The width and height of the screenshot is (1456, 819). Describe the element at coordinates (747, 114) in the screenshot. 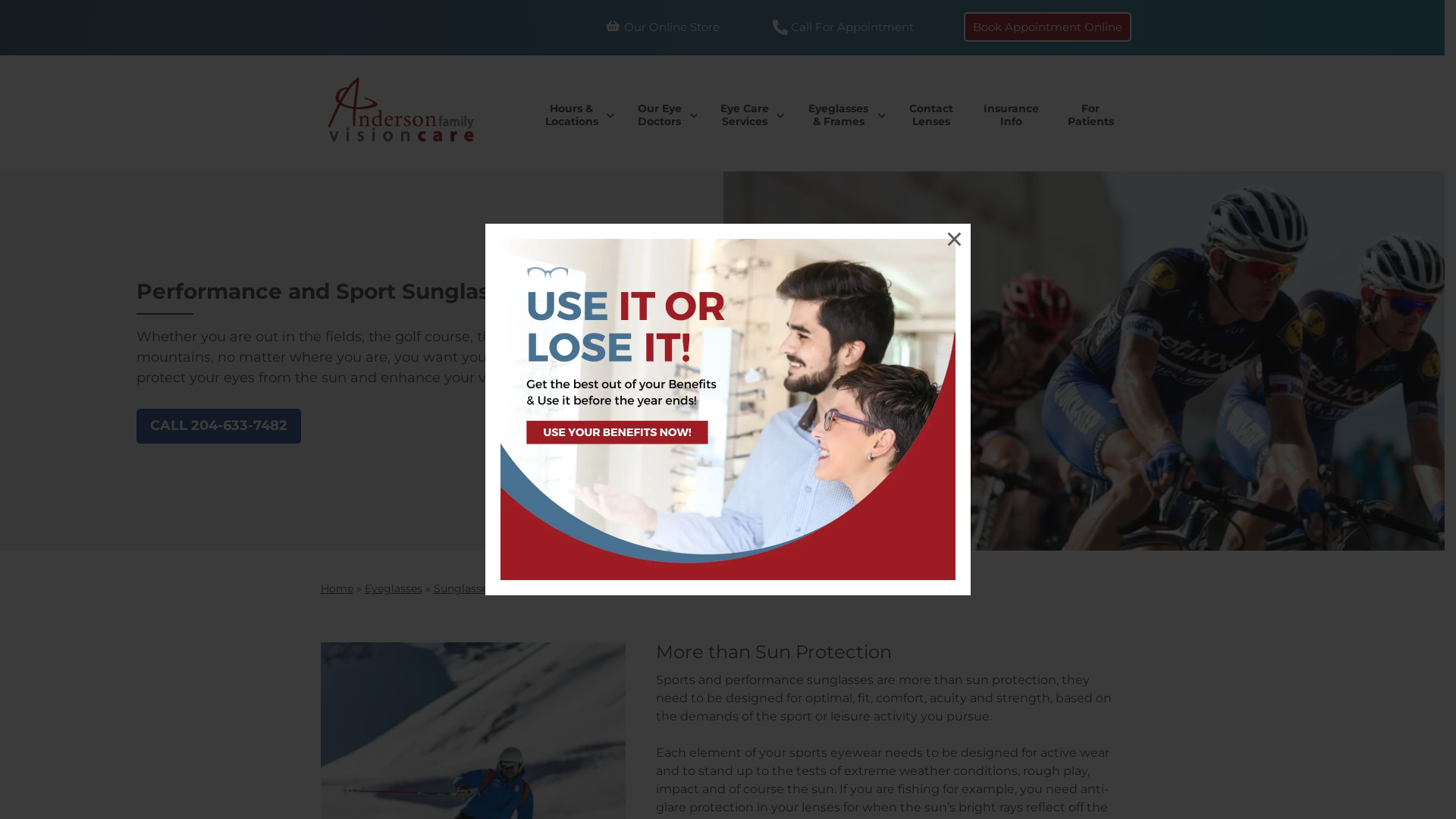

I see `'Eye Care Services'` at that location.